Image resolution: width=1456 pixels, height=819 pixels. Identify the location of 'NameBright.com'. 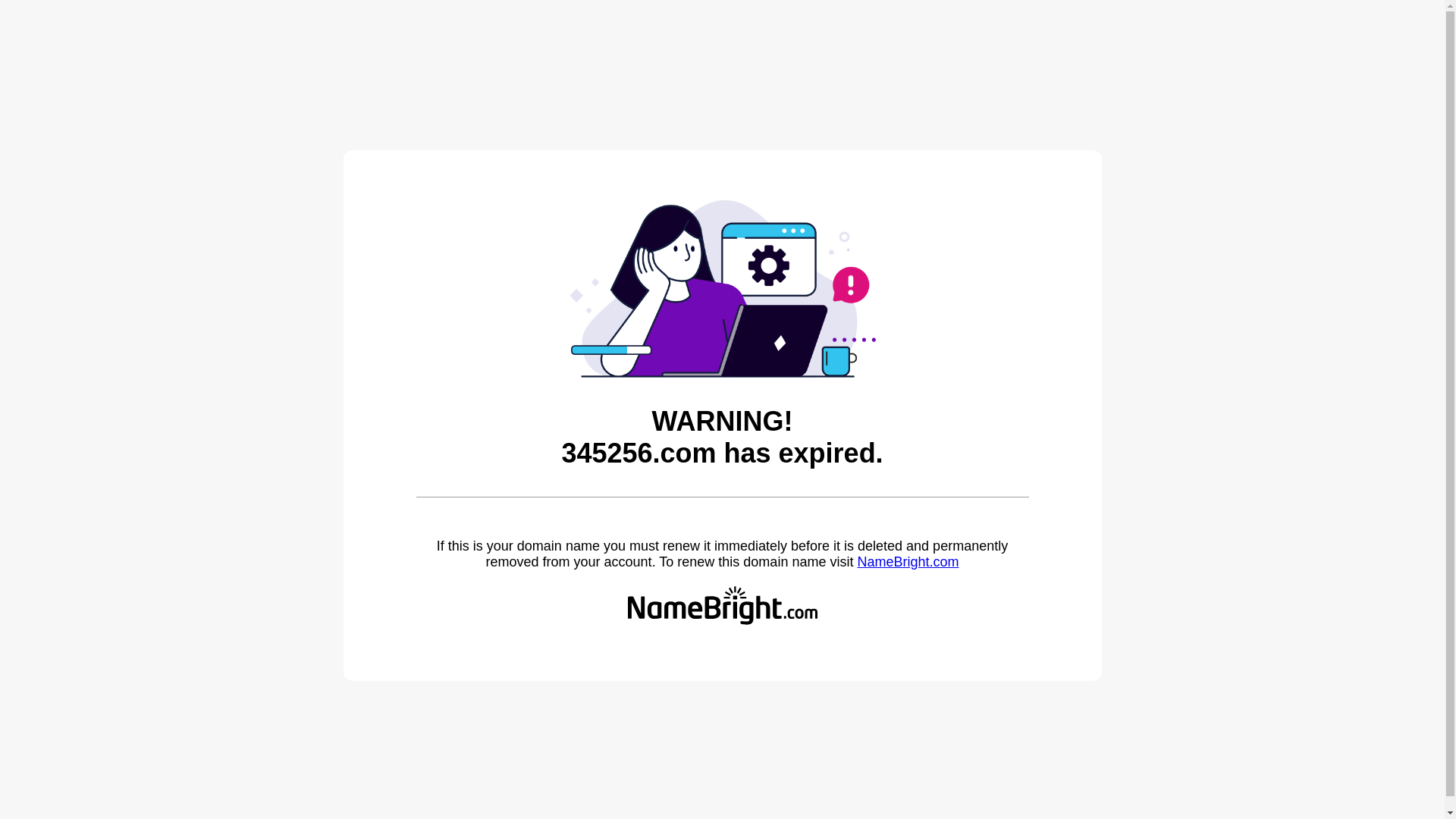
(907, 561).